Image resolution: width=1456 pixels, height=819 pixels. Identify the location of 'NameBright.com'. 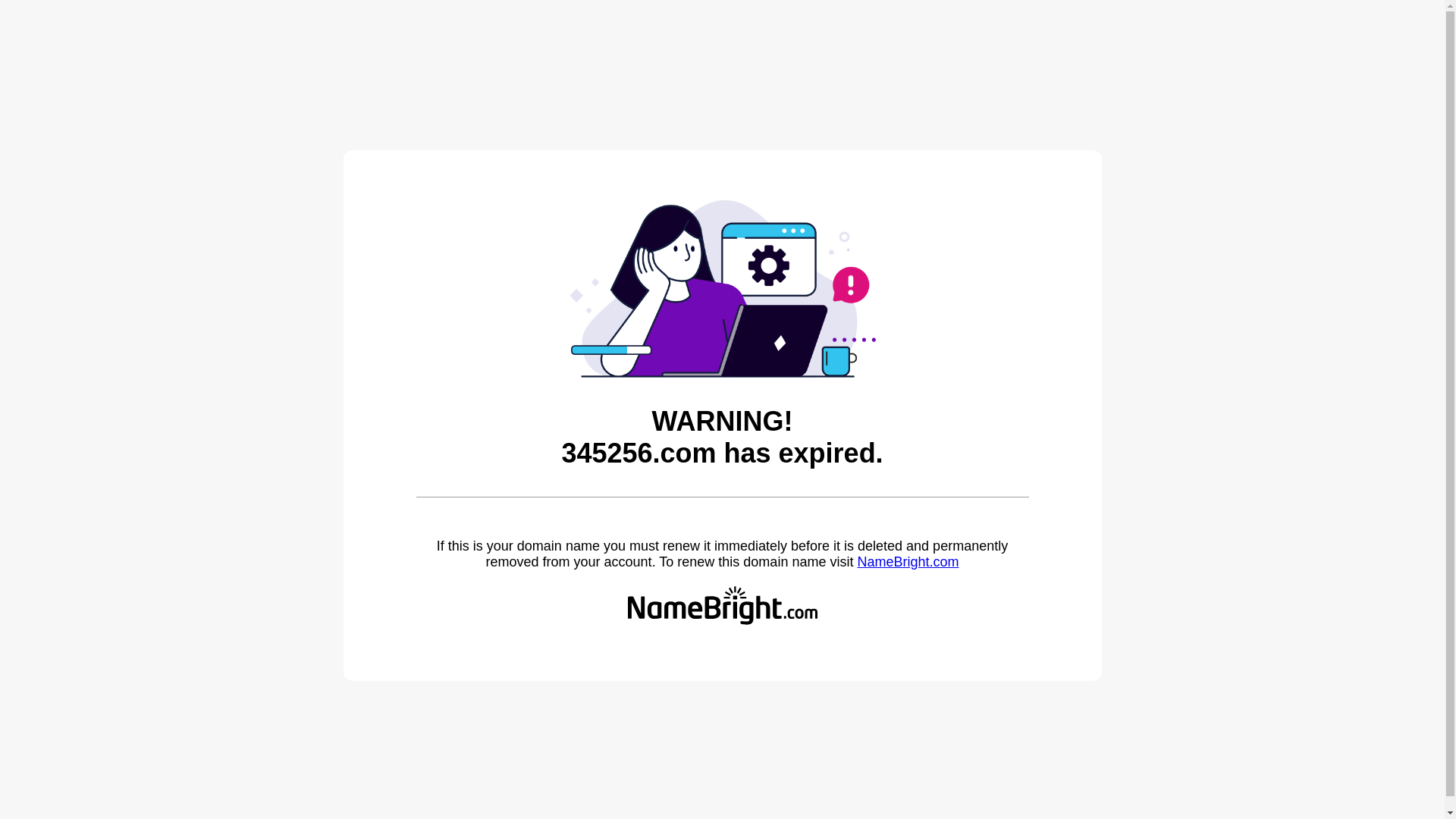
(907, 561).